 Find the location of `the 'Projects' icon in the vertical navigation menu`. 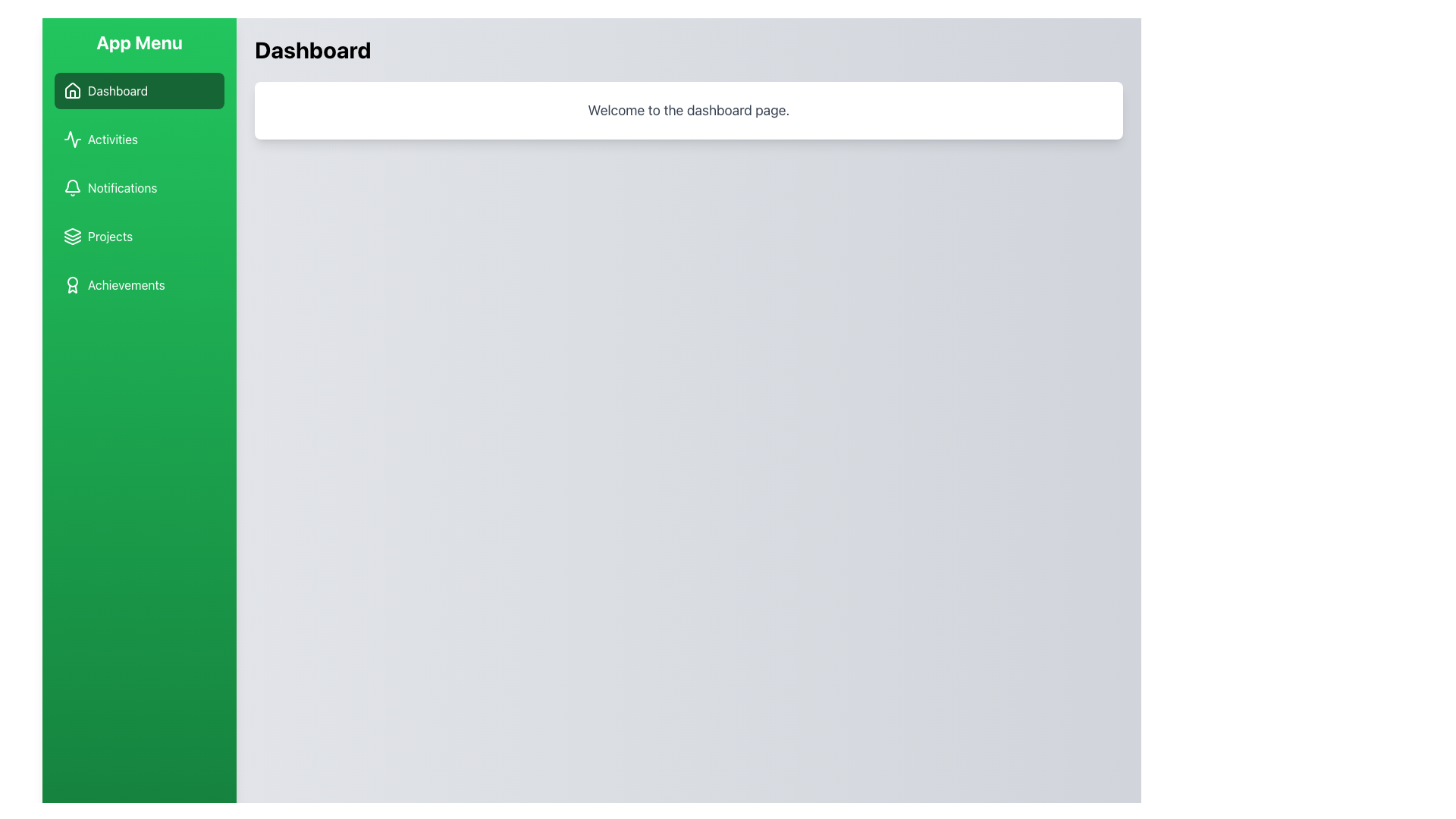

the 'Projects' icon in the vertical navigation menu is located at coordinates (72, 237).